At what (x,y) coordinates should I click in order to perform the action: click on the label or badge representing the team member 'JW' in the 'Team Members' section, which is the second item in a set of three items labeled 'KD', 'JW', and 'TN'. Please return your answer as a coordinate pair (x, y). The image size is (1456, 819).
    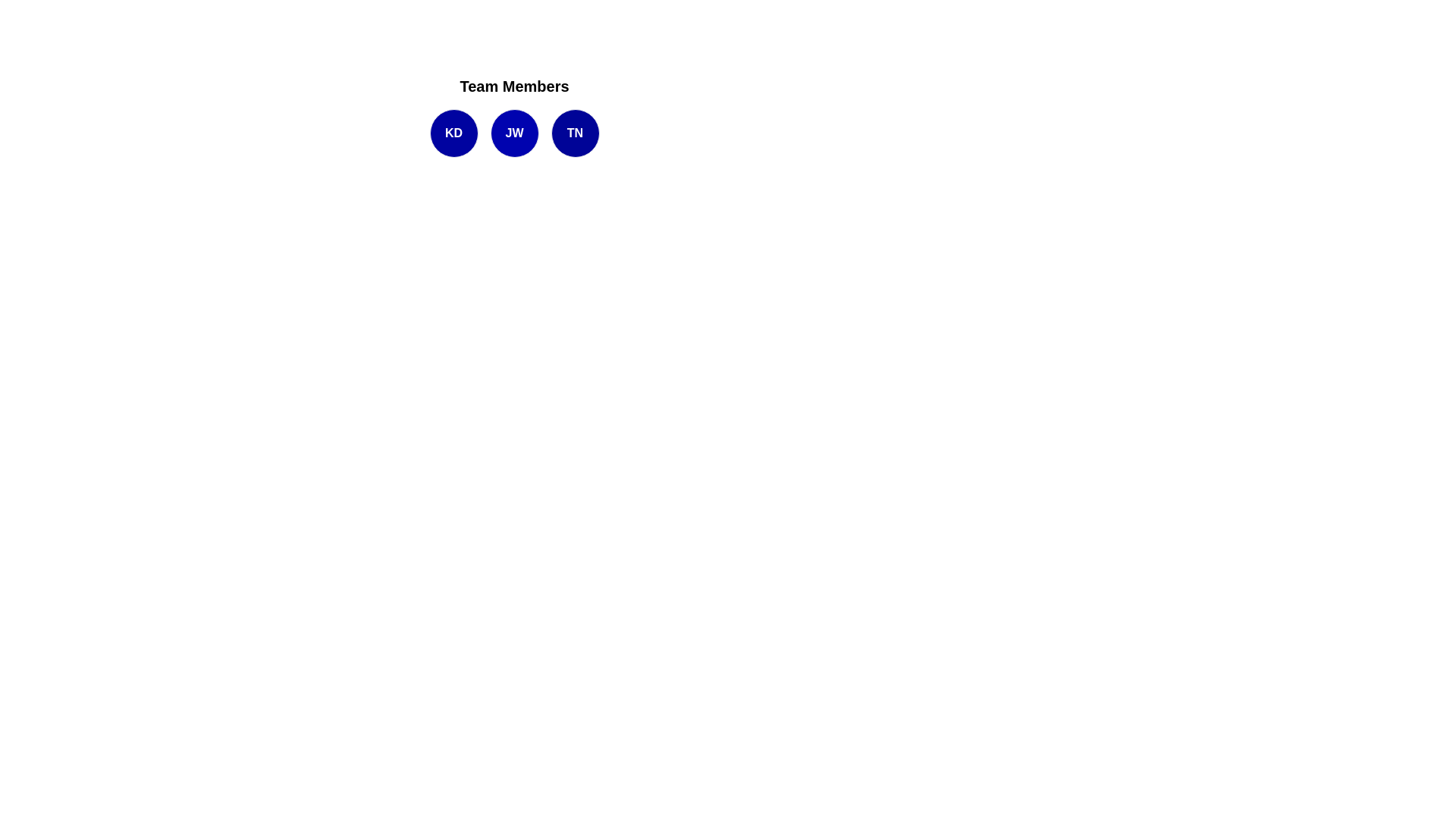
    Looking at the image, I should click on (514, 133).